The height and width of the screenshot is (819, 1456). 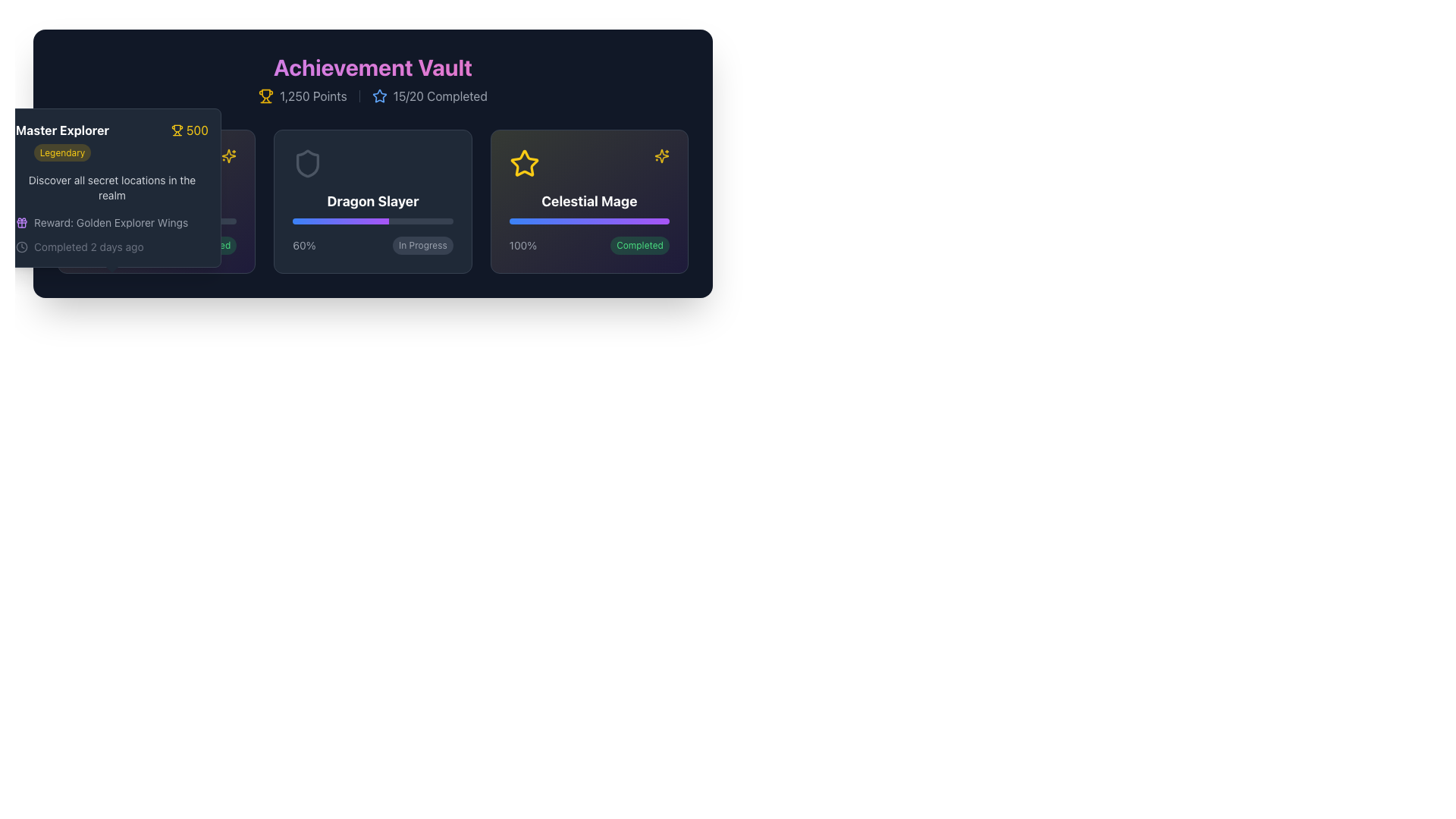 I want to click on the completion level indicated by the horizontal progress bar styled within a gray background, located below the 'Master Explorer' title and above the '85% Completed' text in the Achievement Vault section, so click(x=156, y=221).